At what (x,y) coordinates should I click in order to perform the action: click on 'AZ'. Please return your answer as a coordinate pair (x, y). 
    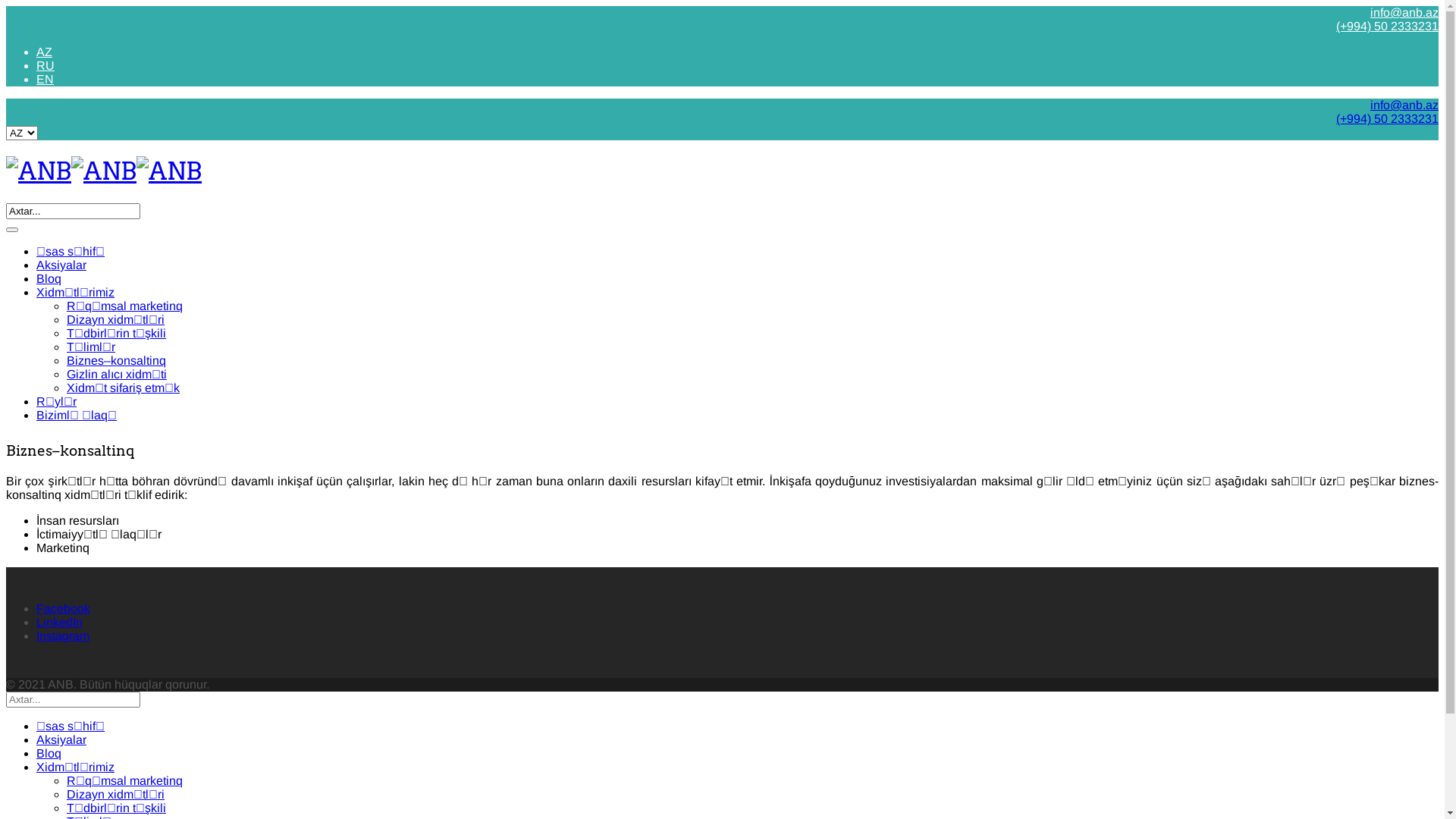
    Looking at the image, I should click on (44, 51).